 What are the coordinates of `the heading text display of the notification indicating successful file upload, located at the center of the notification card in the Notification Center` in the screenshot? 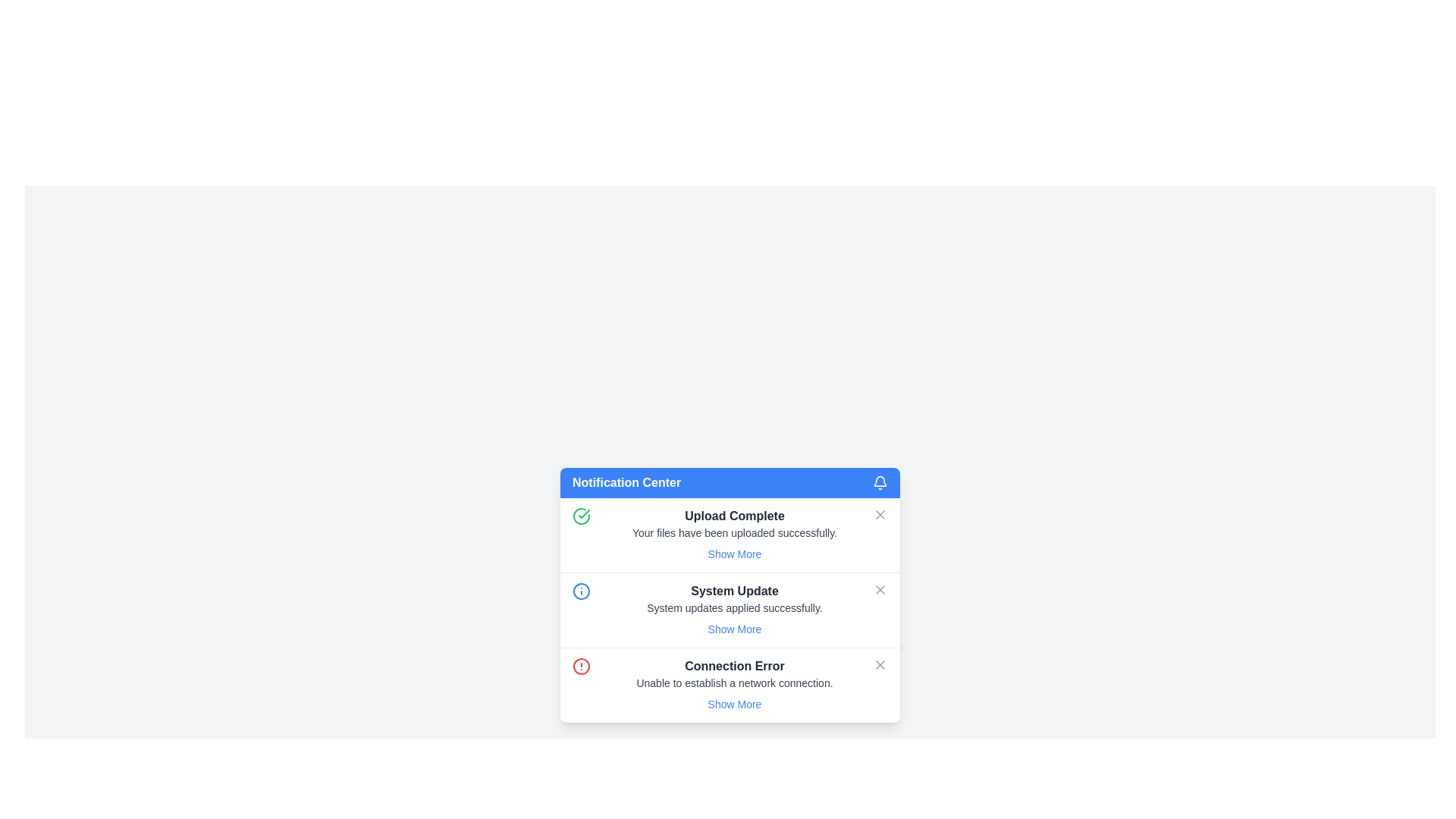 It's located at (735, 516).